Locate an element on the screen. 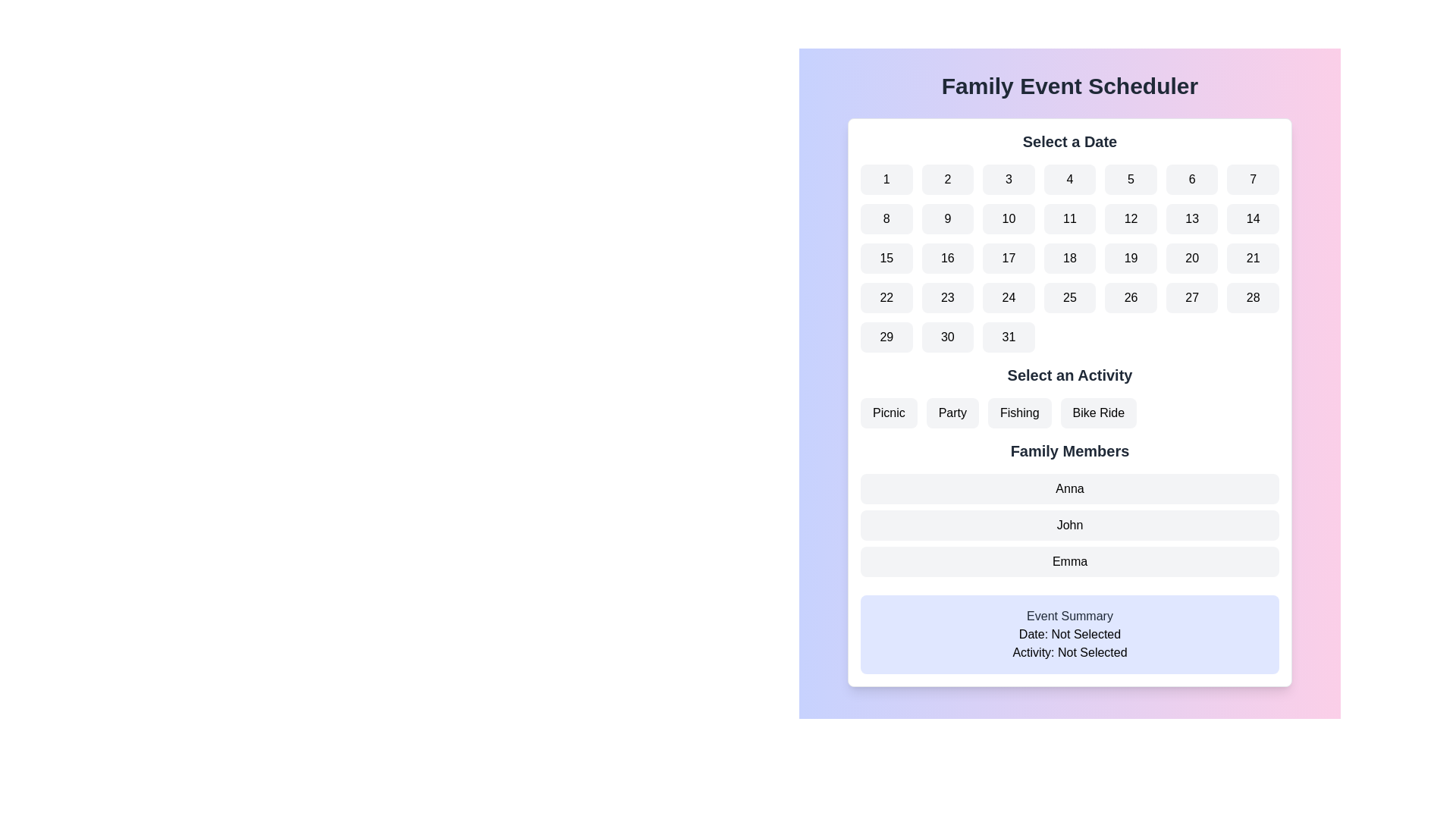 The height and width of the screenshot is (819, 1456). the rectangular button displaying the number '4' in bold, with a gray background and rounded corners is located at coordinates (1069, 178).